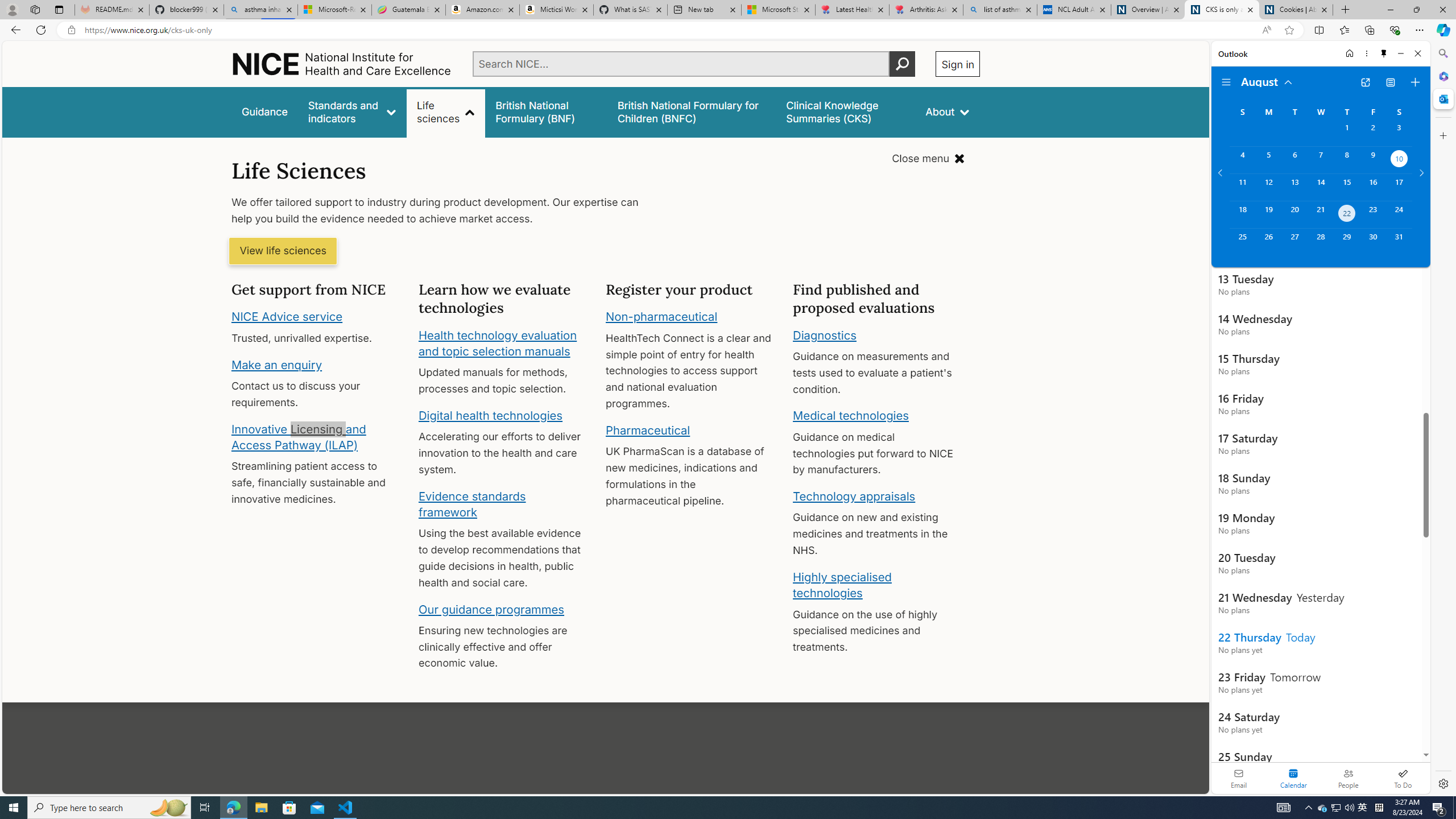 The image size is (1456, 819). What do you see at coordinates (999, 9) in the screenshot?
I see `'list of asthma inhalers uk - Search'` at bounding box center [999, 9].